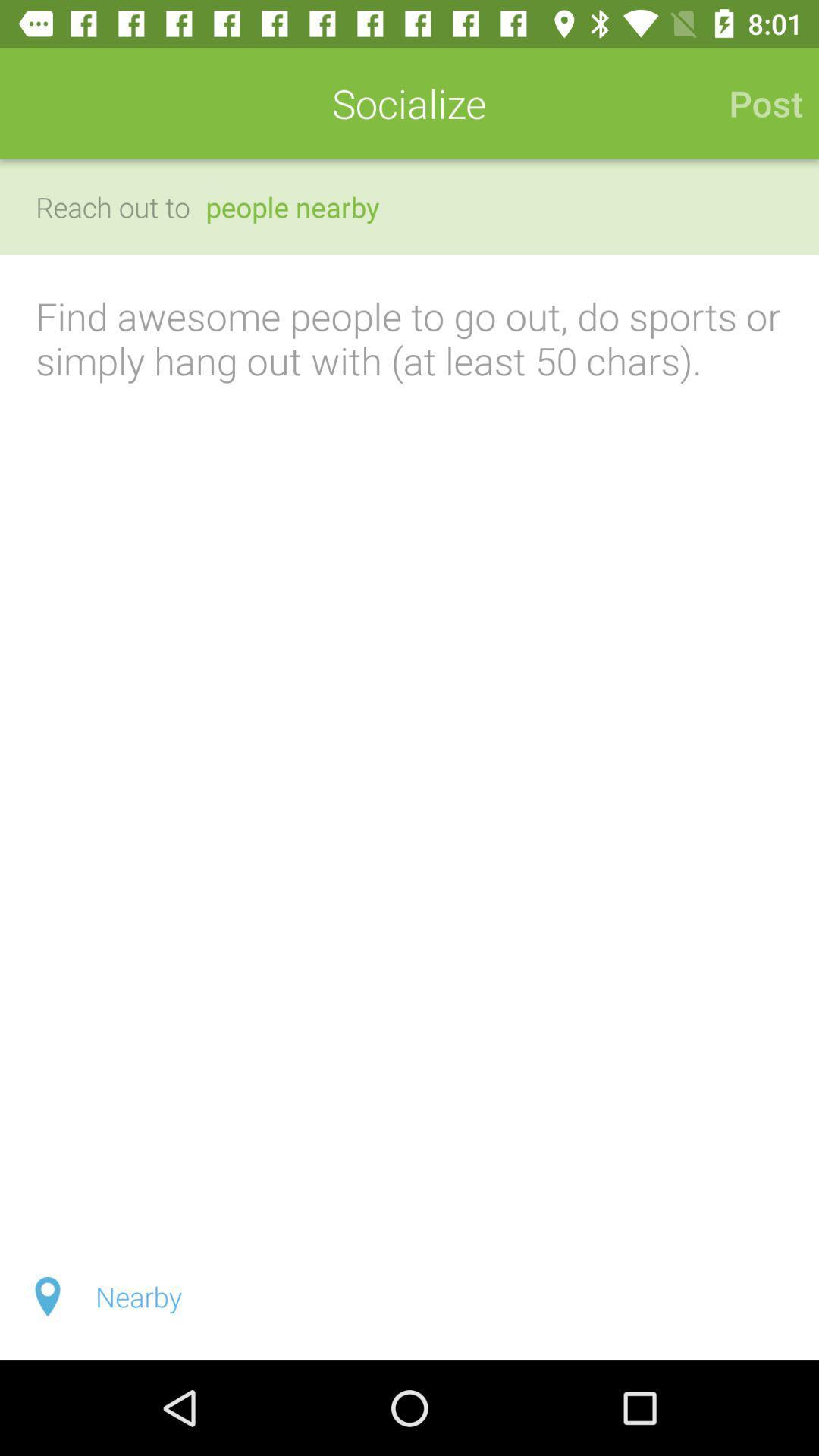 The height and width of the screenshot is (1456, 819). What do you see at coordinates (409, 1295) in the screenshot?
I see `nearby option` at bounding box center [409, 1295].